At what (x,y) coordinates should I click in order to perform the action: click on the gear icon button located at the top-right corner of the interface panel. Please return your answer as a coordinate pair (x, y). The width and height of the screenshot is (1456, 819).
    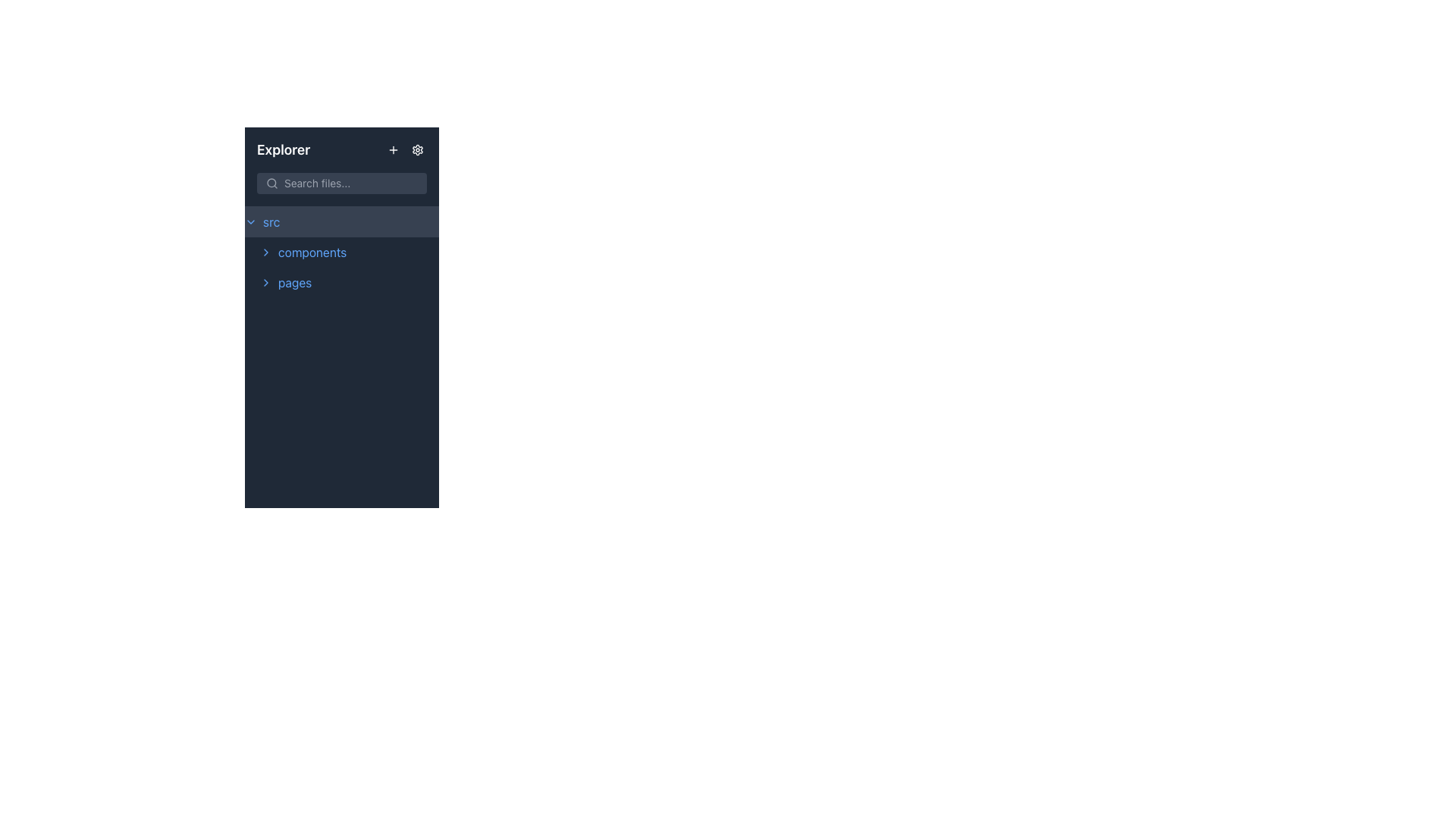
    Looking at the image, I should click on (418, 149).